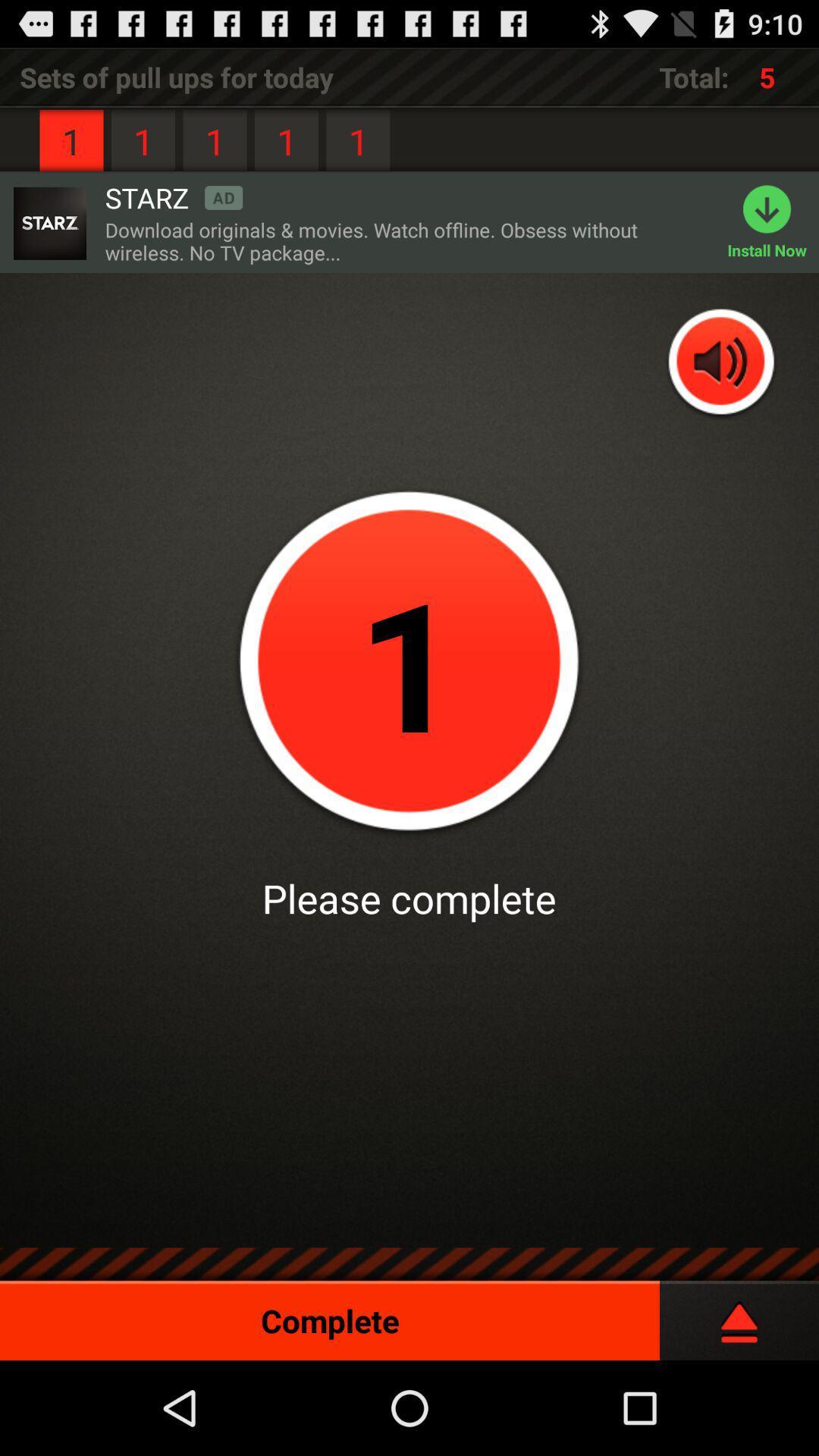 The image size is (819, 1456). What do you see at coordinates (49, 222) in the screenshot?
I see `item next to the starz item` at bounding box center [49, 222].